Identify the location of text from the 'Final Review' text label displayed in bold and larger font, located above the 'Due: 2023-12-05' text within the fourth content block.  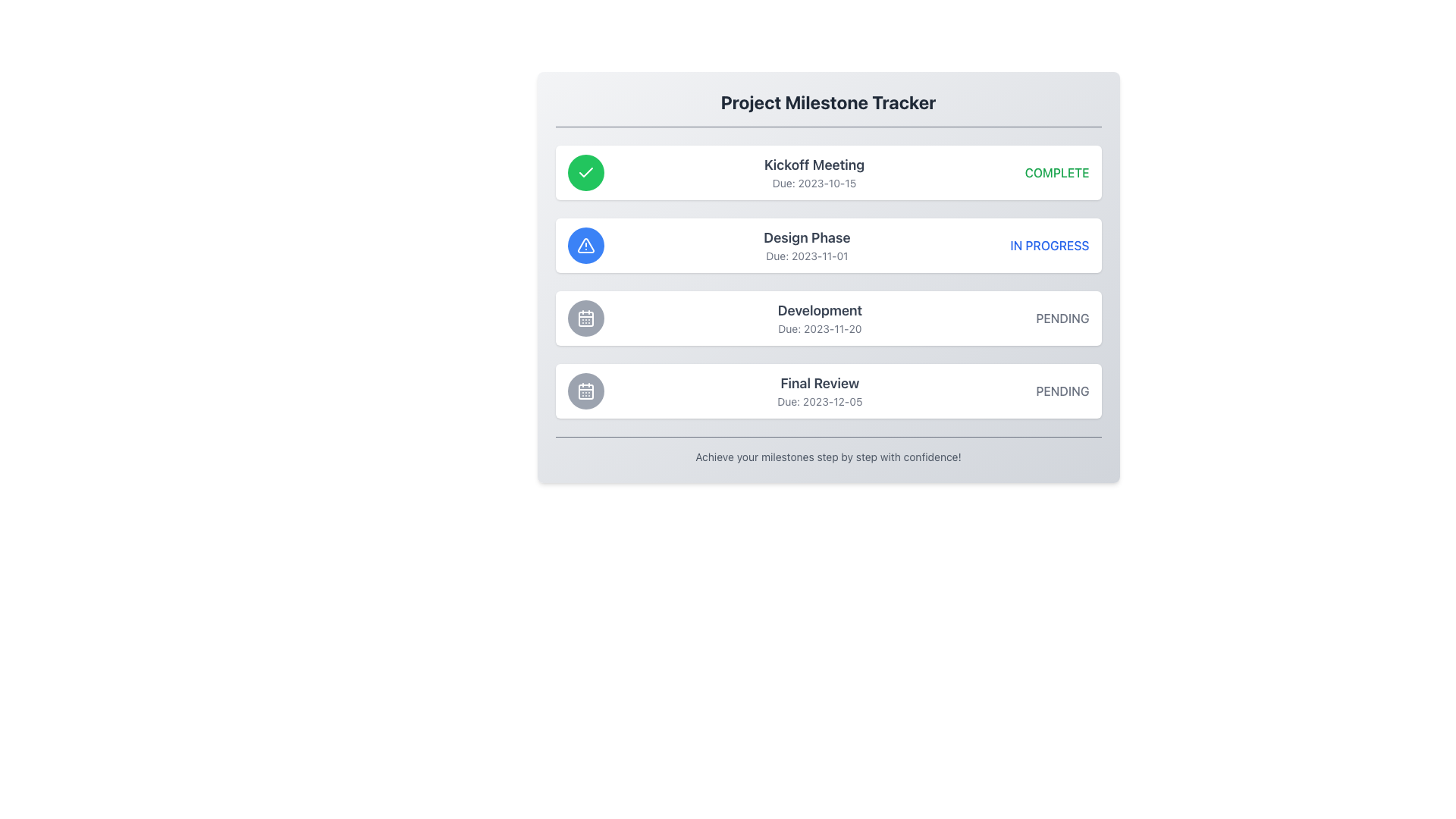
(819, 382).